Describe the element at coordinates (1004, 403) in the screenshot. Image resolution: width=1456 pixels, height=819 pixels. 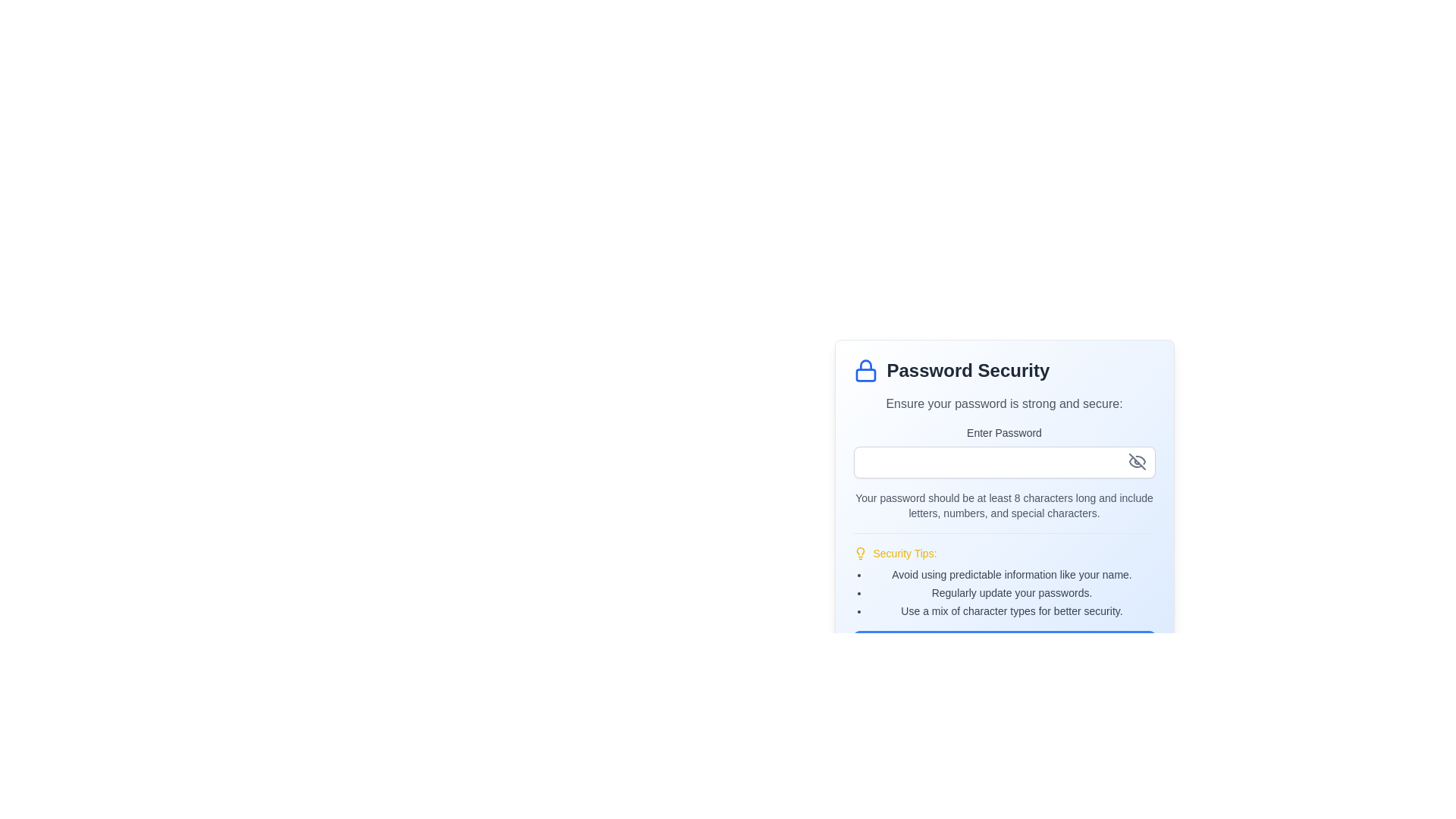
I see `the text label displaying the message 'Ensure your password is strong and secure:', which is styled in gray and located below the 'Password Security' header` at that location.